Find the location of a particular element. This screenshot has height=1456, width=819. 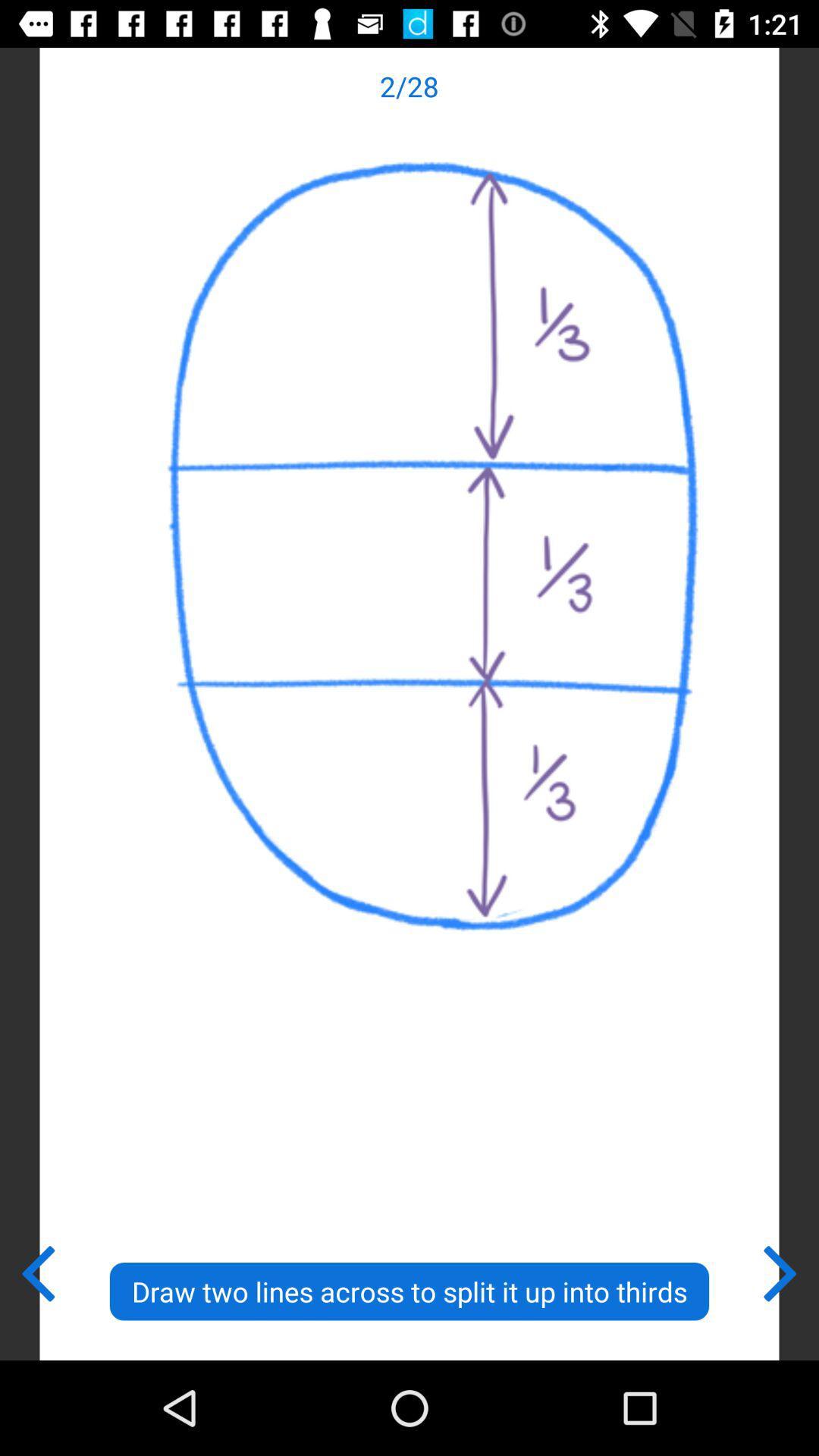

the item to the right of draw two lines is located at coordinates (781, 1270).